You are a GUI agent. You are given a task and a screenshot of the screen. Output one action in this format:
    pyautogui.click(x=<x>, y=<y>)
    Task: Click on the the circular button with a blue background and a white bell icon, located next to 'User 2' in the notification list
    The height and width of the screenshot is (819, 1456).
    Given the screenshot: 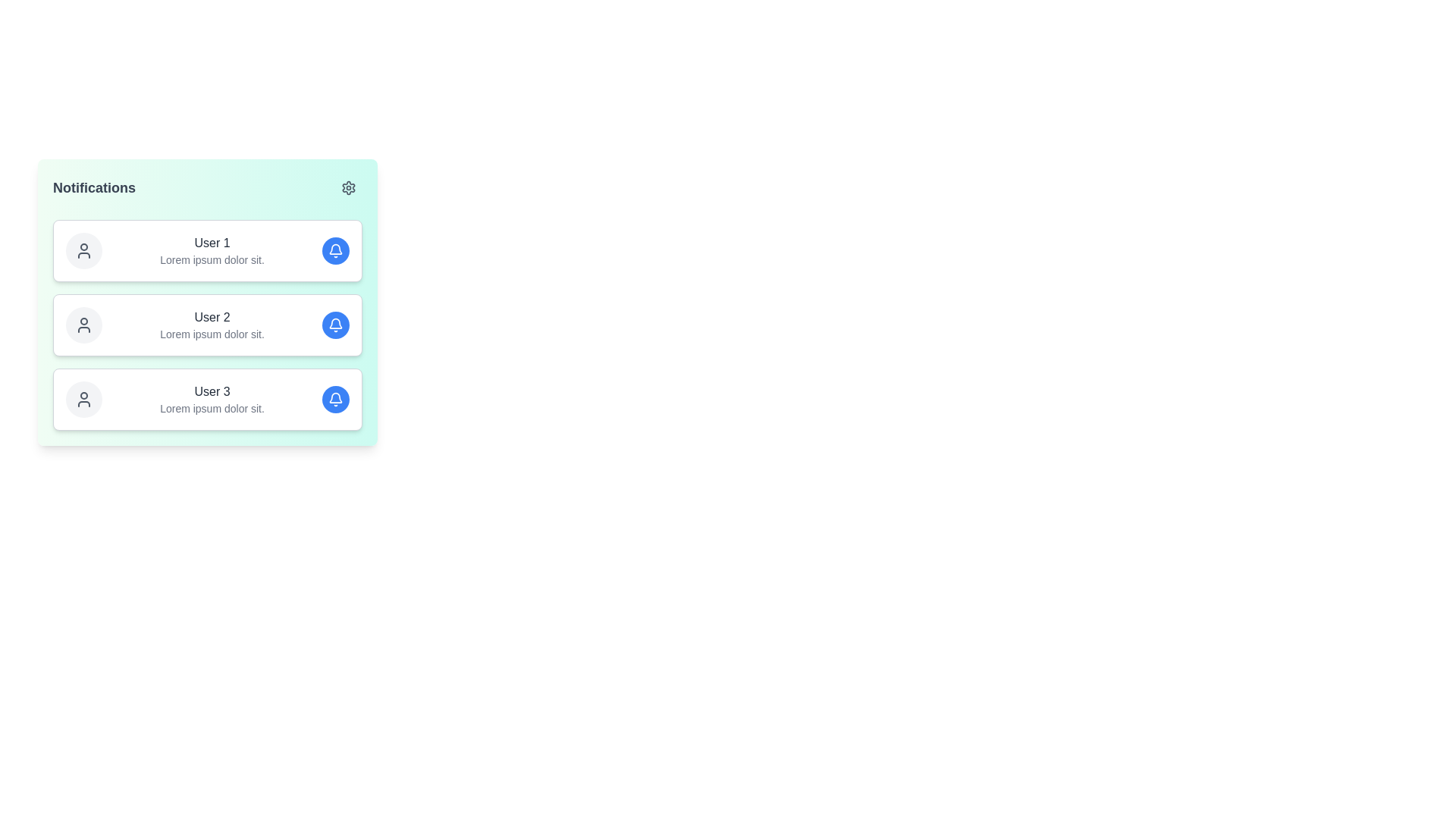 What is the action you would take?
    pyautogui.click(x=334, y=324)
    